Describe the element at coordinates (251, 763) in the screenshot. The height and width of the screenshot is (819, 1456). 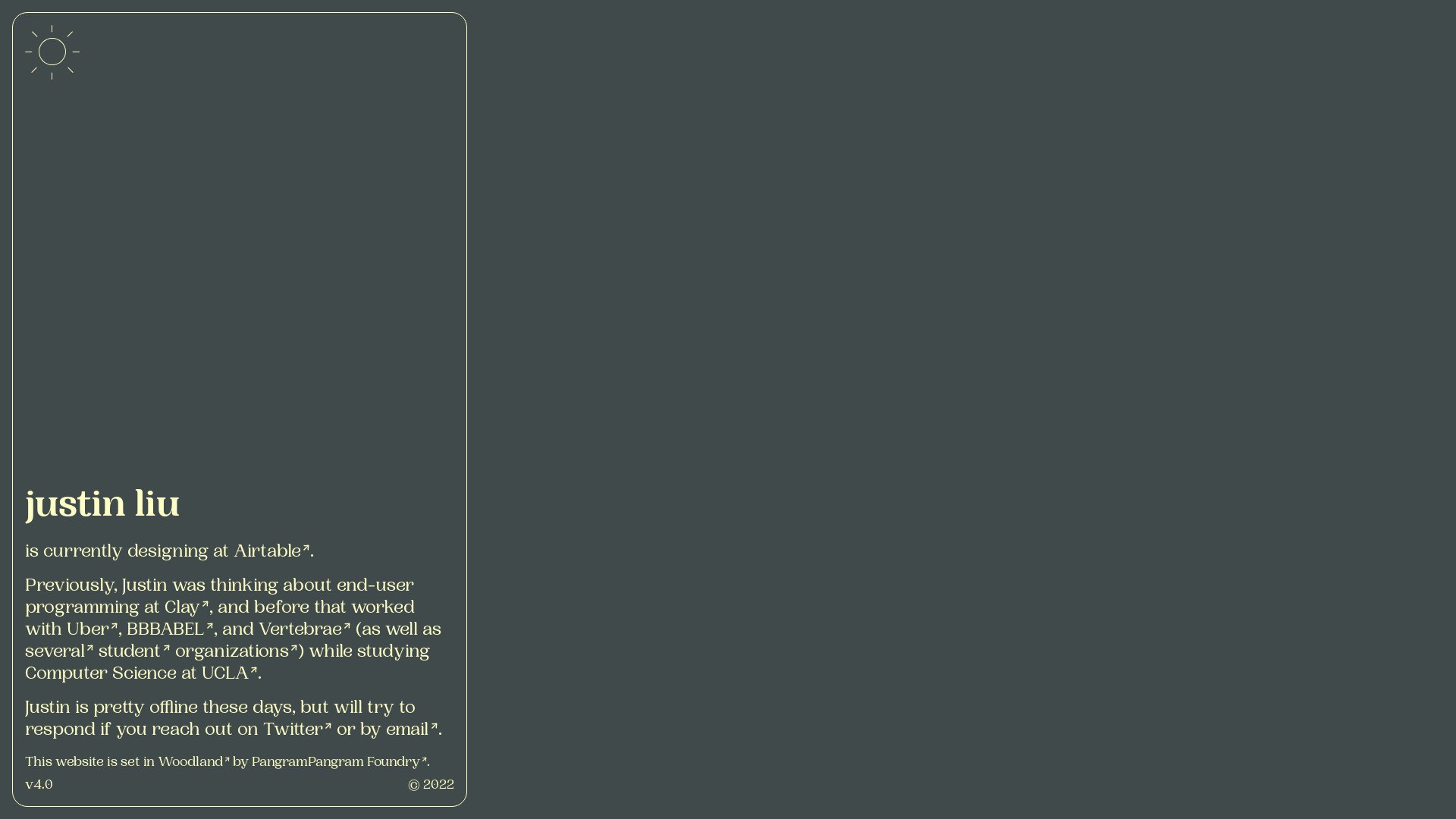
I see `'PangramPangram Foundry'` at that location.